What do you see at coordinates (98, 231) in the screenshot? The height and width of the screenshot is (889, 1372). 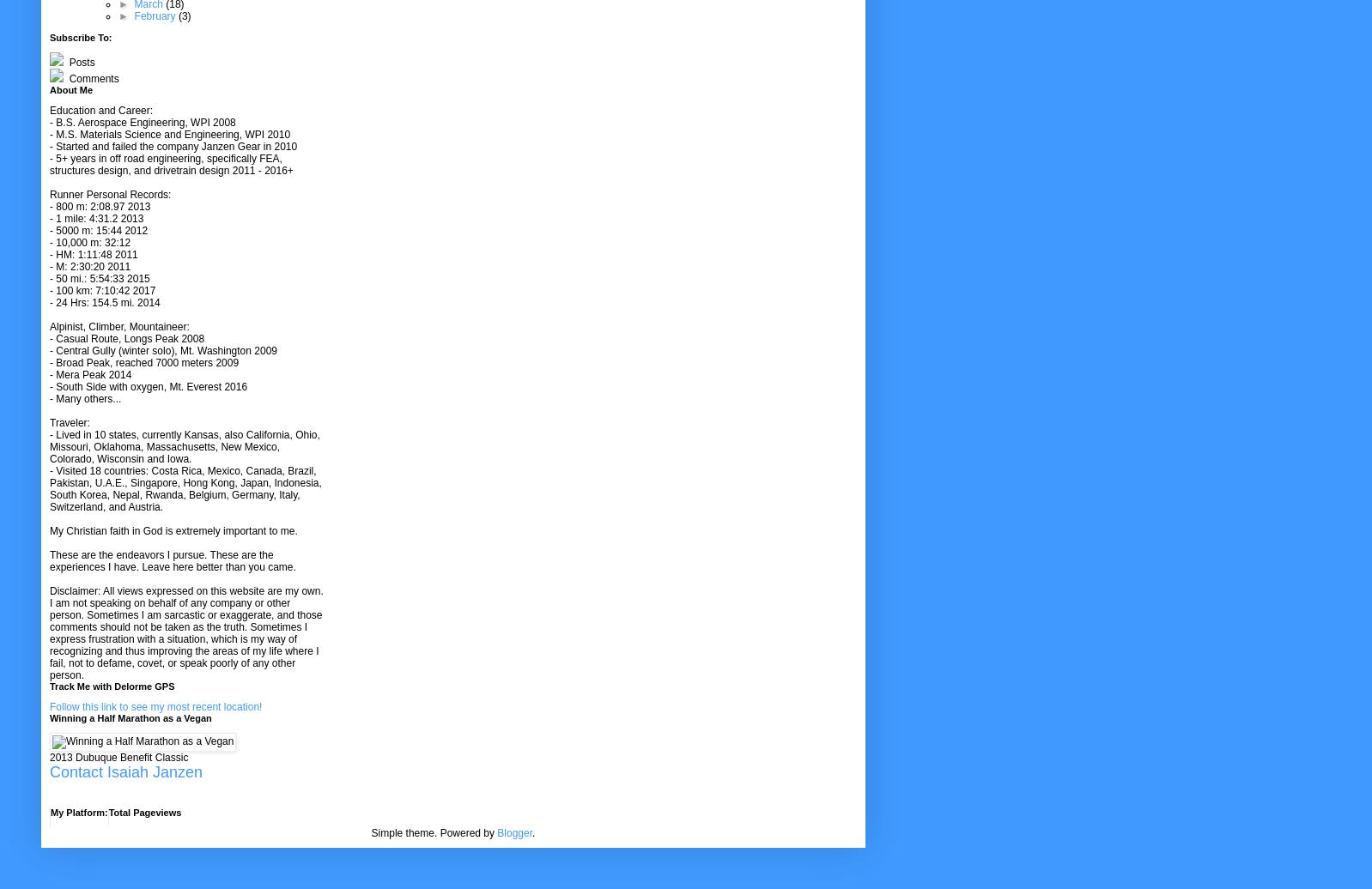 I see `'- 5000 m: 15:44 2012'` at bounding box center [98, 231].